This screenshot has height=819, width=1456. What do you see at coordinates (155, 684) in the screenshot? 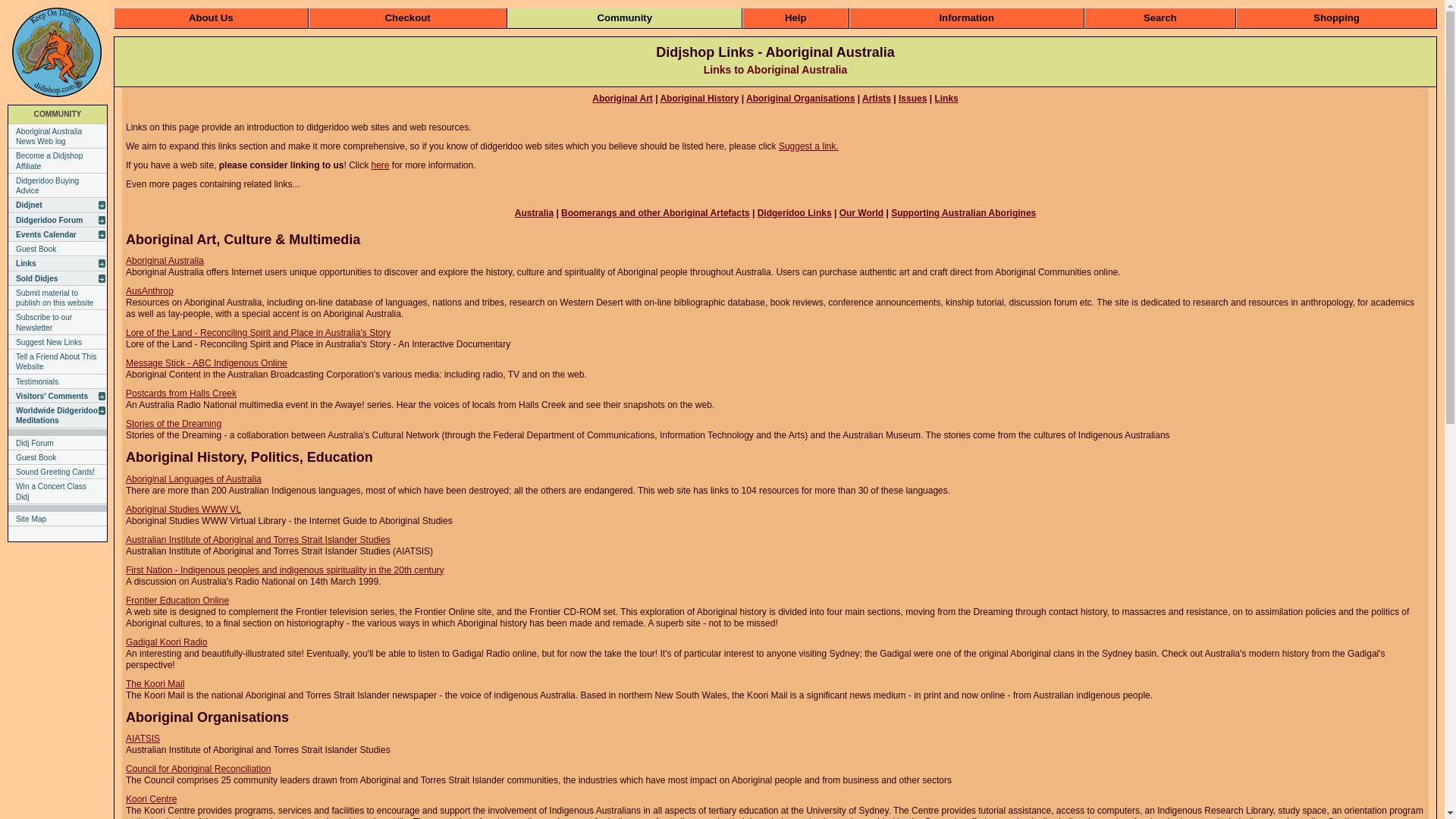
I see `'The Koori Mail'` at bounding box center [155, 684].